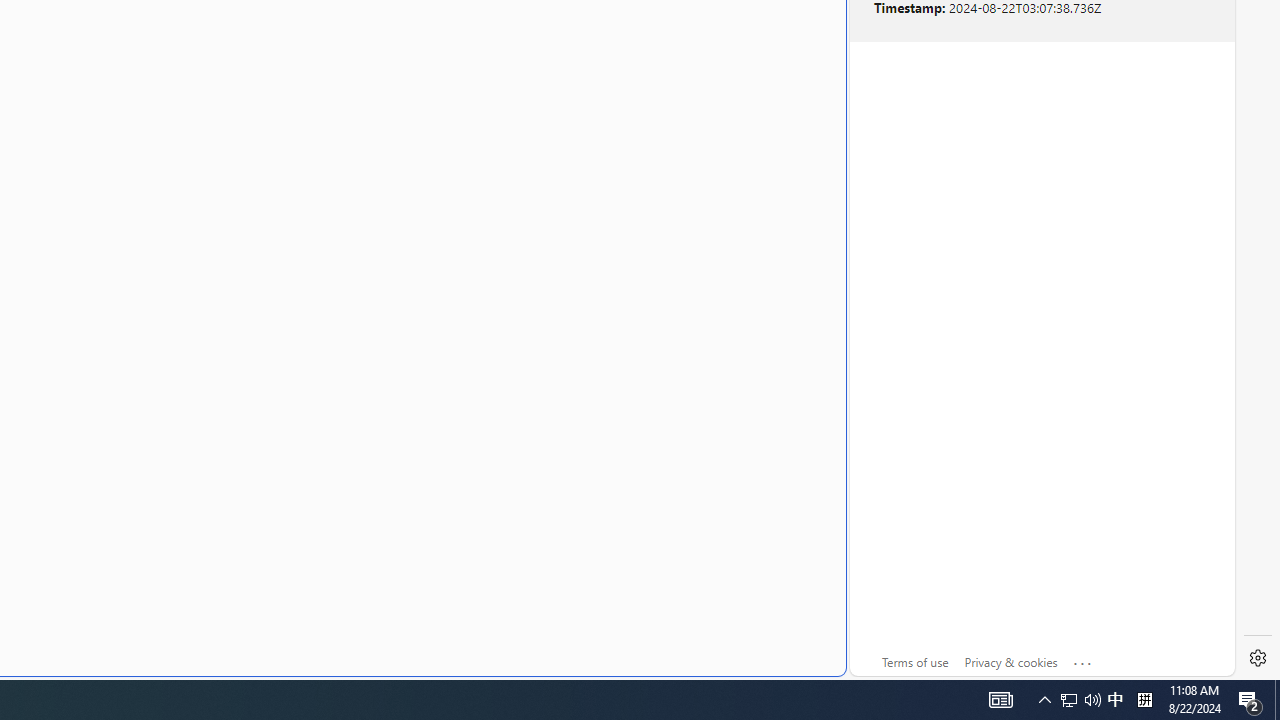 The width and height of the screenshot is (1280, 720). Describe the element at coordinates (914, 662) in the screenshot. I see `'Terms of use'` at that location.